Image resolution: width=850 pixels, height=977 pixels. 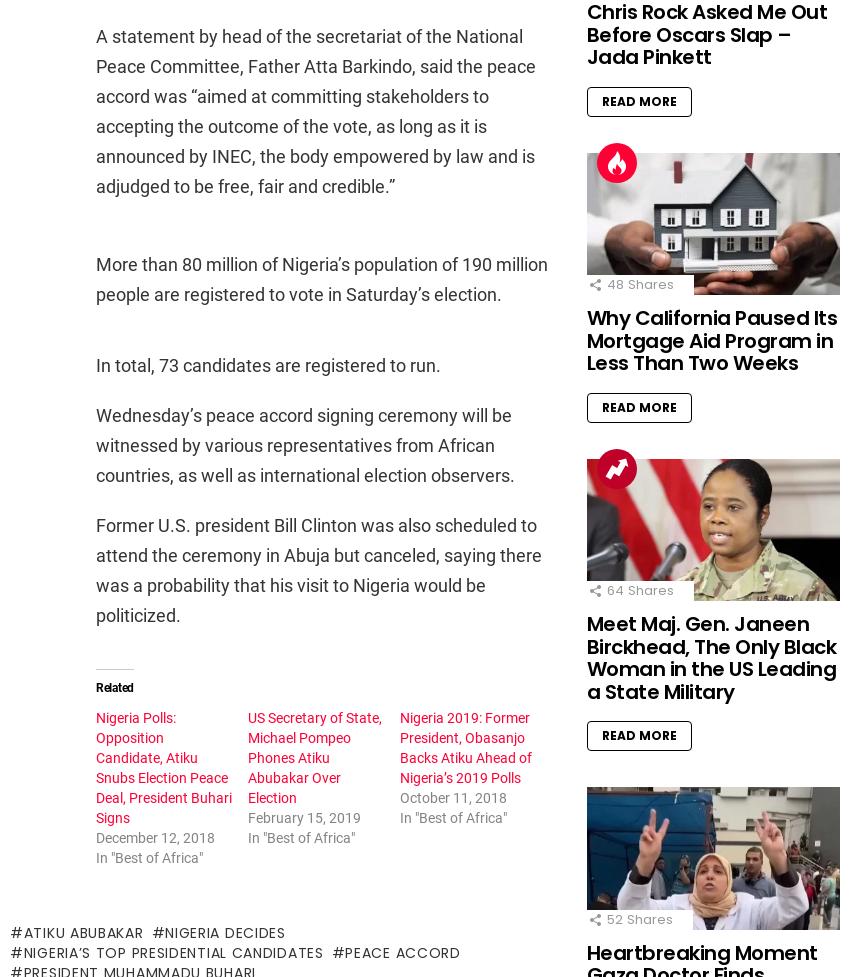 I want to click on 'Related', so click(x=113, y=688).